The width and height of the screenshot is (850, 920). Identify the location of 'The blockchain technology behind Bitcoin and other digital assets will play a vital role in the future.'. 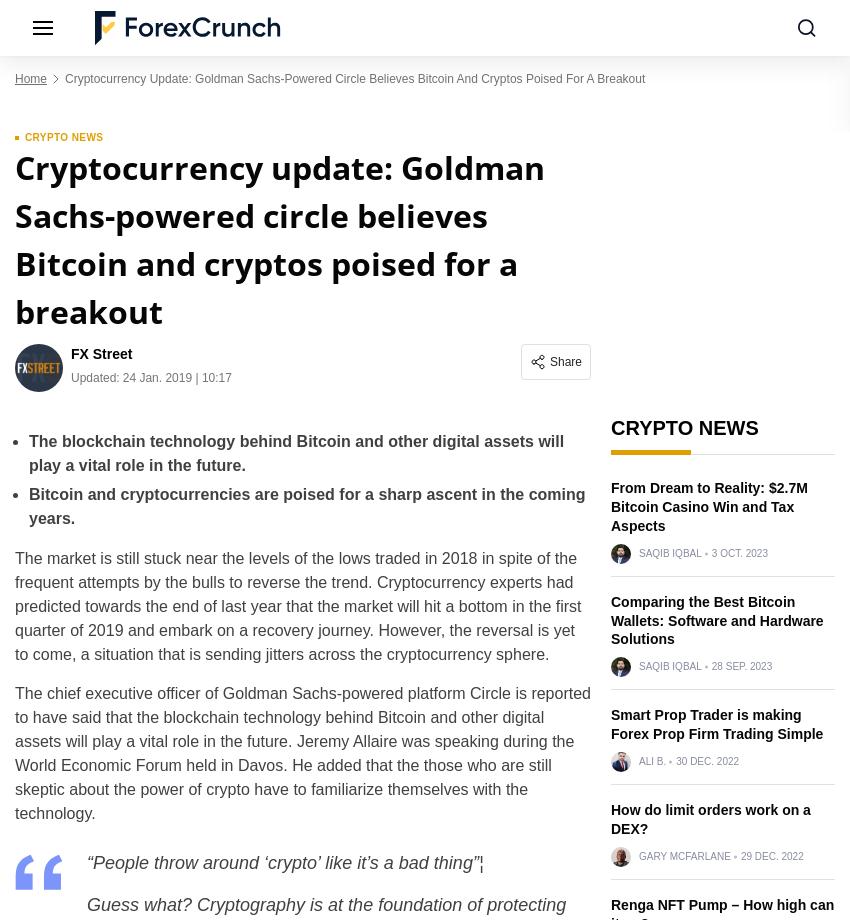
(295, 452).